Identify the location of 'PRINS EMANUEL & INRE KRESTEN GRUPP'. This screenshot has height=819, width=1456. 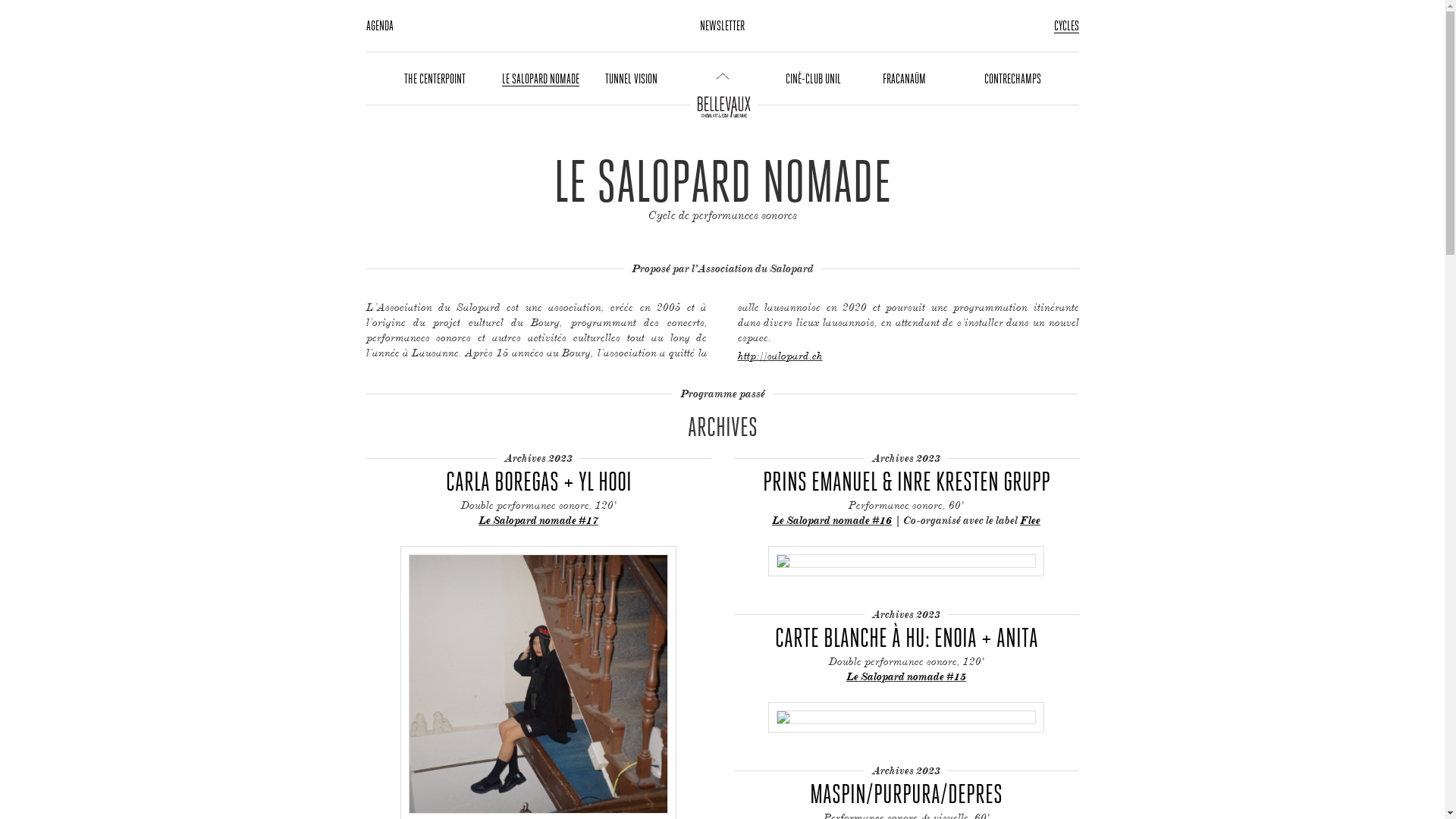
(906, 480).